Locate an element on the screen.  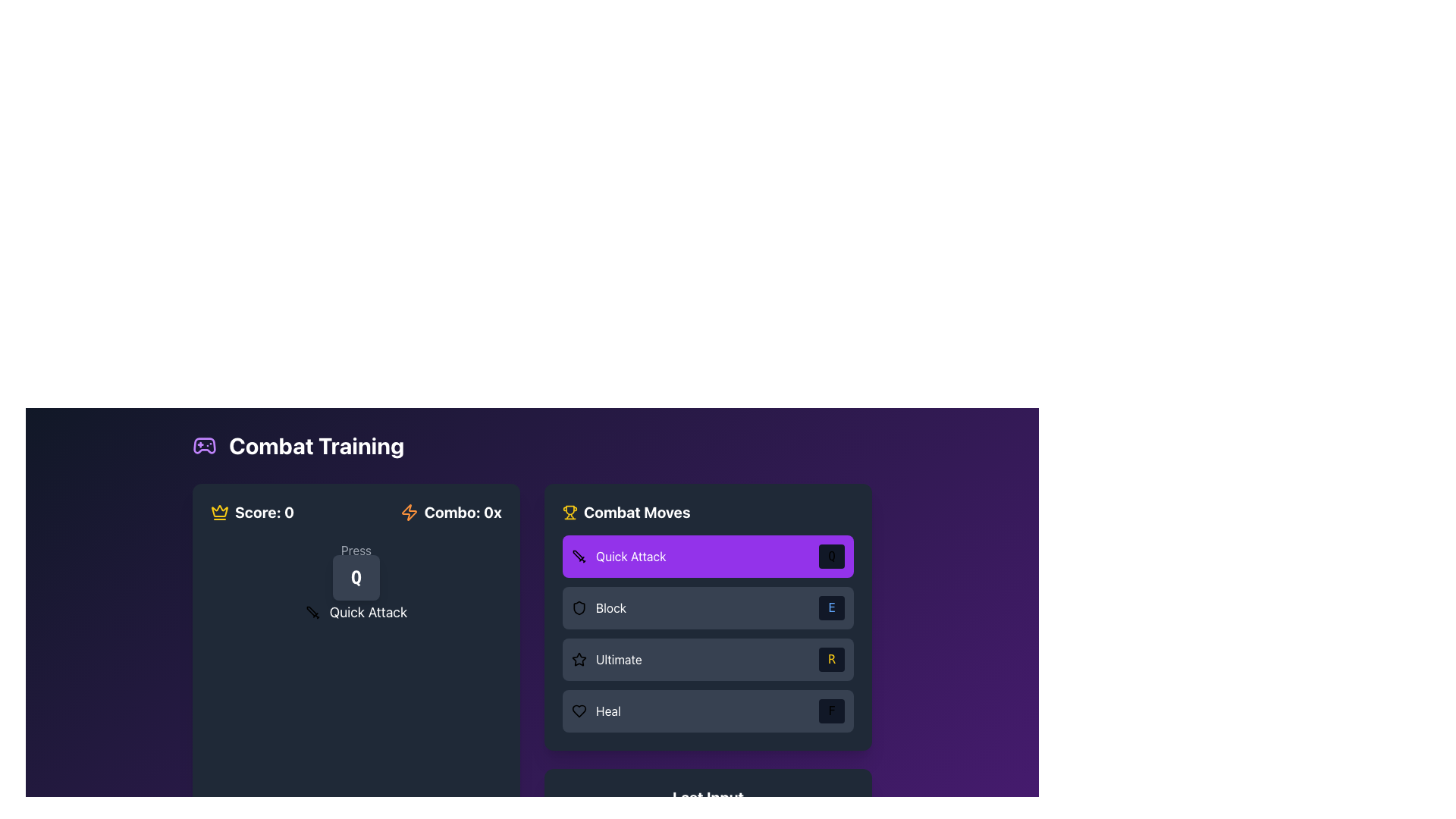
the yellow crown icon located at the top left section of the 'Score' label in the 'Combat Training' section is located at coordinates (218, 511).